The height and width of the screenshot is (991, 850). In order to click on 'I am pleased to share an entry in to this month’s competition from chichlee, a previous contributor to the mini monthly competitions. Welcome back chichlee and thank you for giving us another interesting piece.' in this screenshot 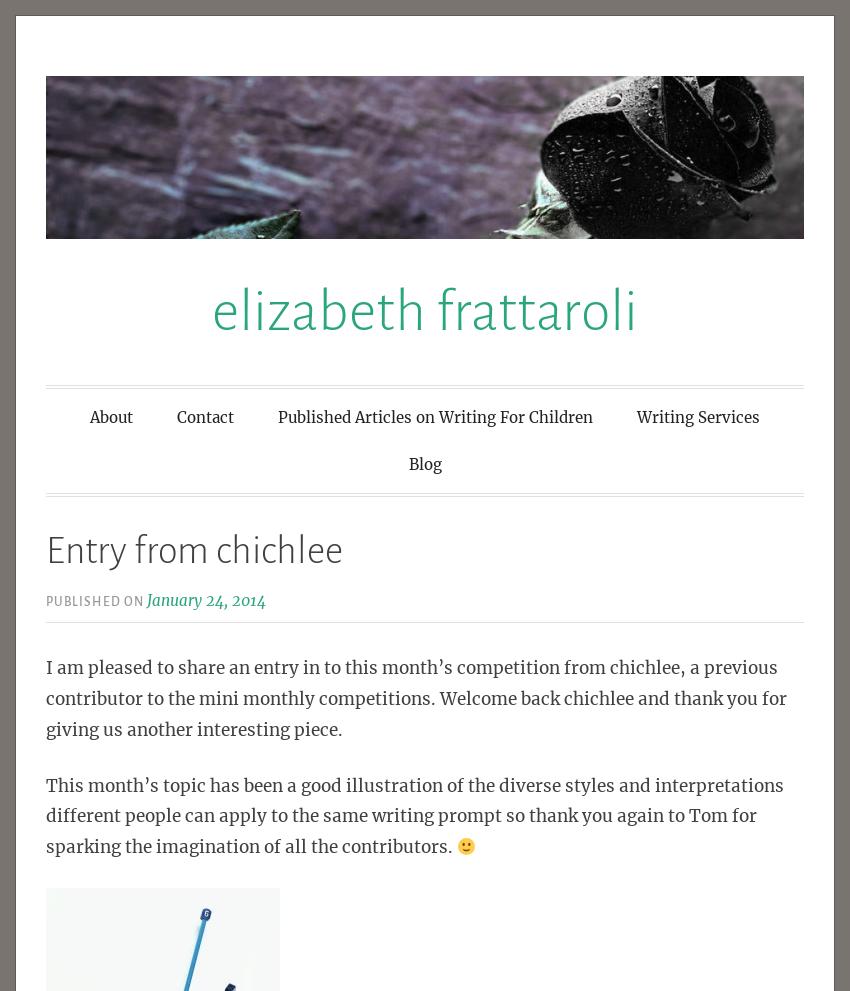, I will do `click(416, 698)`.